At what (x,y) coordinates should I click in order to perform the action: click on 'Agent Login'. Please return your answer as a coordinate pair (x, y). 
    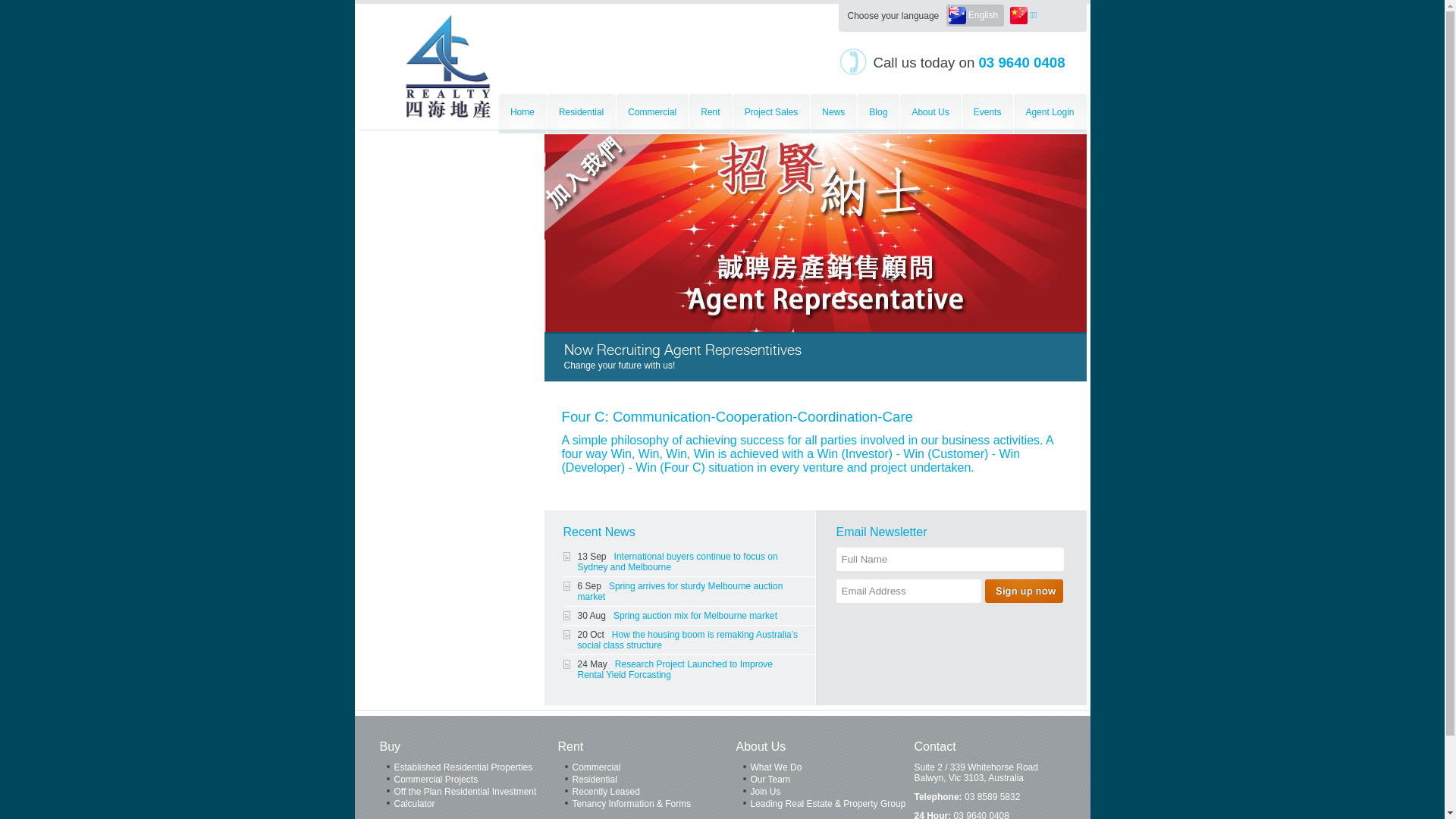
    Looking at the image, I should click on (1049, 113).